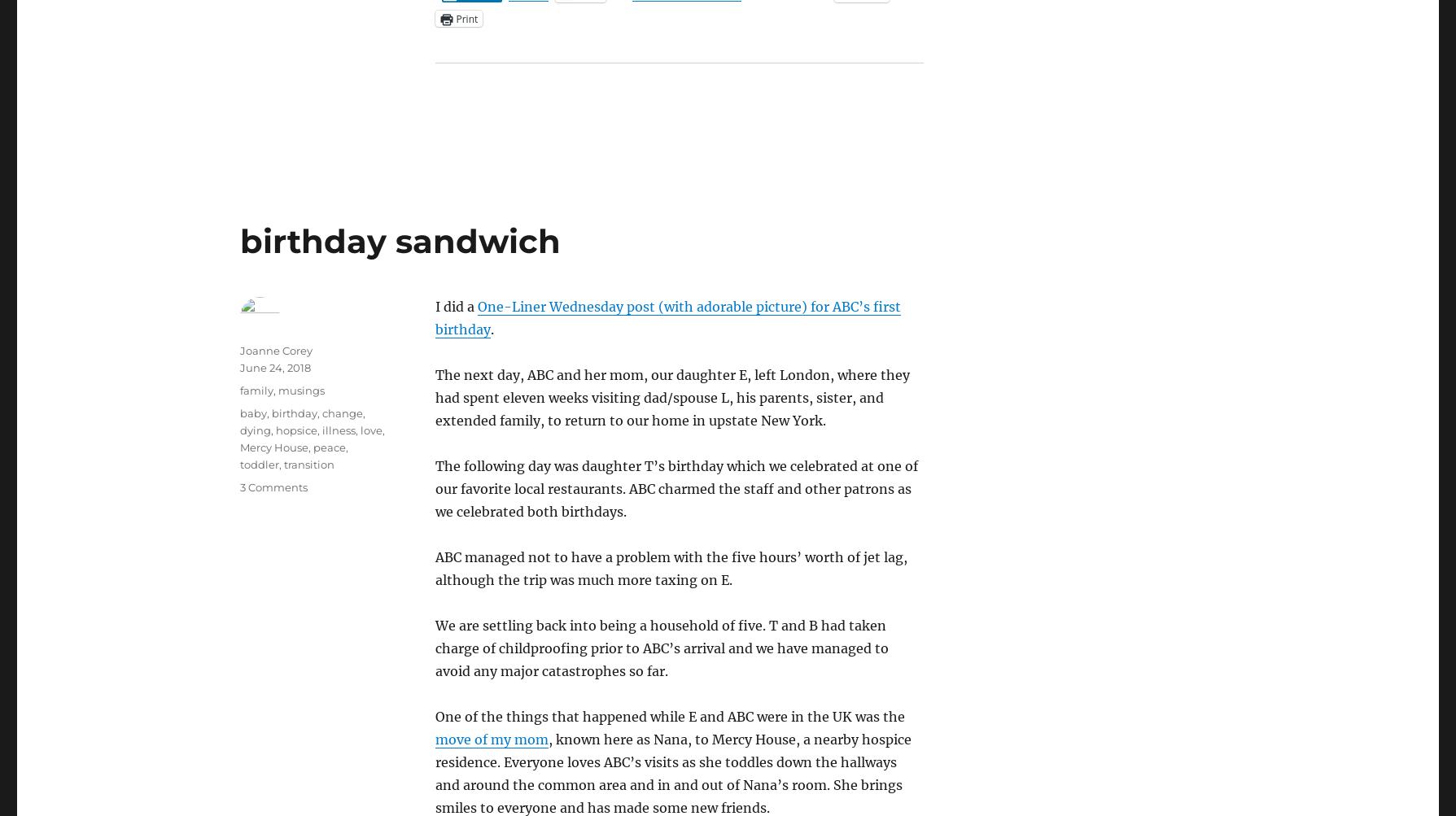 The image size is (1456, 816). Describe the element at coordinates (669, 717) in the screenshot. I see `'One of the things that happened while E and ABC were in the UK was the'` at that location.